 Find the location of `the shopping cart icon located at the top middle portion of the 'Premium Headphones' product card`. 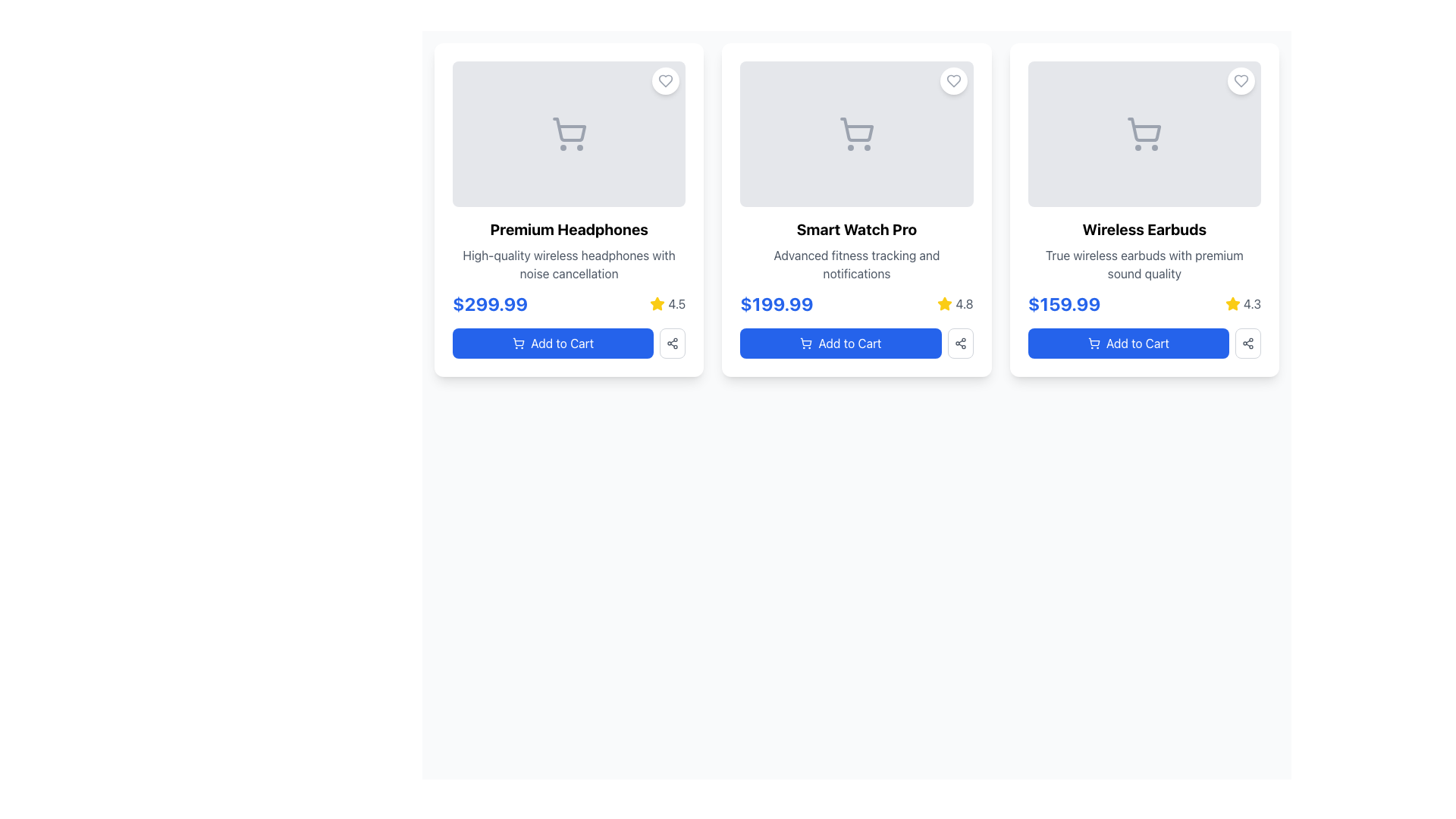

the shopping cart icon located at the top middle portion of the 'Premium Headphones' product card is located at coordinates (568, 129).